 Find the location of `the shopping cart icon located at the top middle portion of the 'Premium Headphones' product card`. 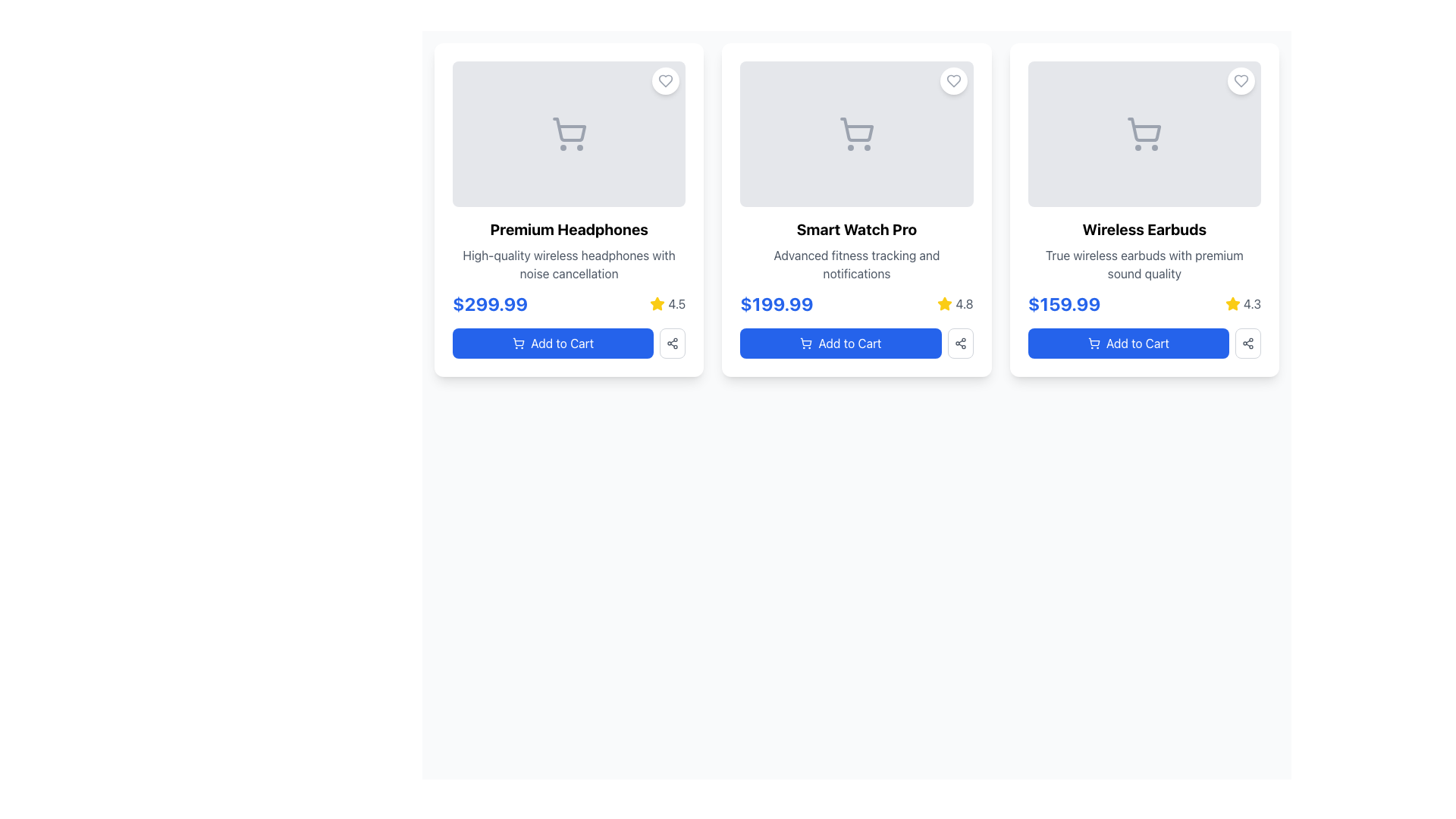

the shopping cart icon located at the top middle portion of the 'Premium Headphones' product card is located at coordinates (568, 129).